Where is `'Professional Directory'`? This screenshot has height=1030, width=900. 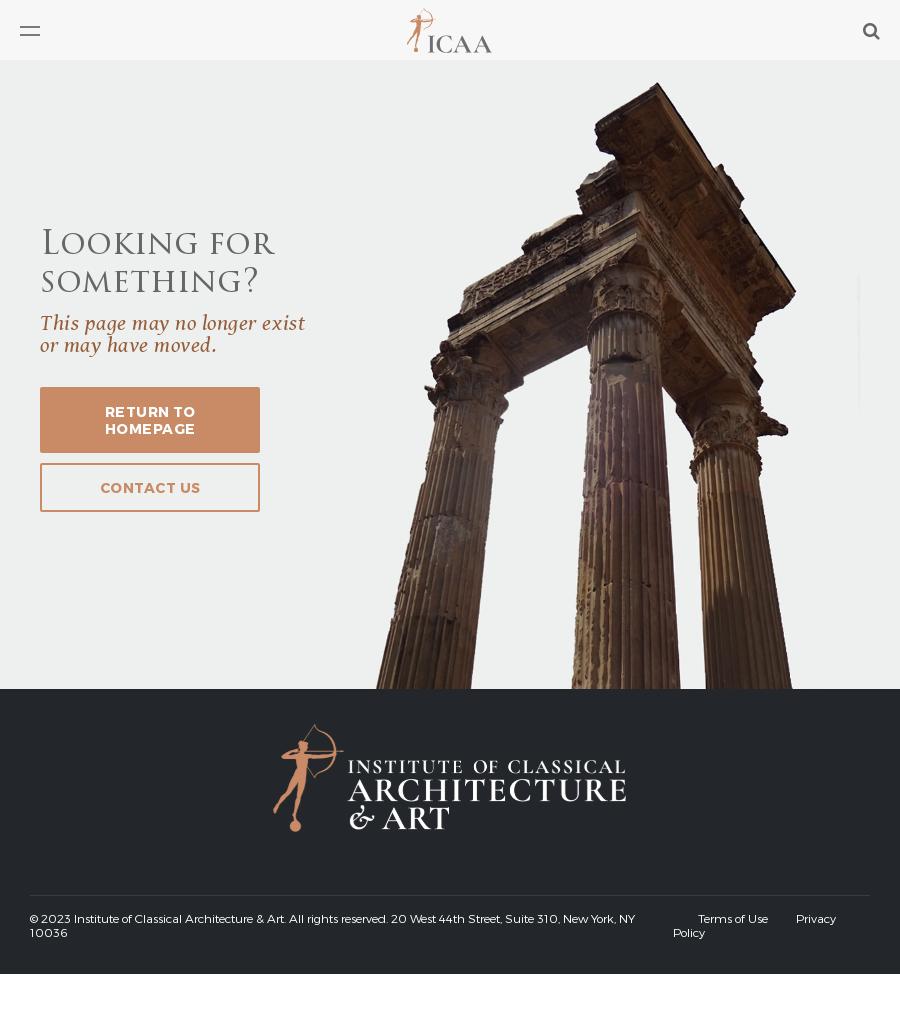 'Professional Directory' is located at coordinates (91, 524).